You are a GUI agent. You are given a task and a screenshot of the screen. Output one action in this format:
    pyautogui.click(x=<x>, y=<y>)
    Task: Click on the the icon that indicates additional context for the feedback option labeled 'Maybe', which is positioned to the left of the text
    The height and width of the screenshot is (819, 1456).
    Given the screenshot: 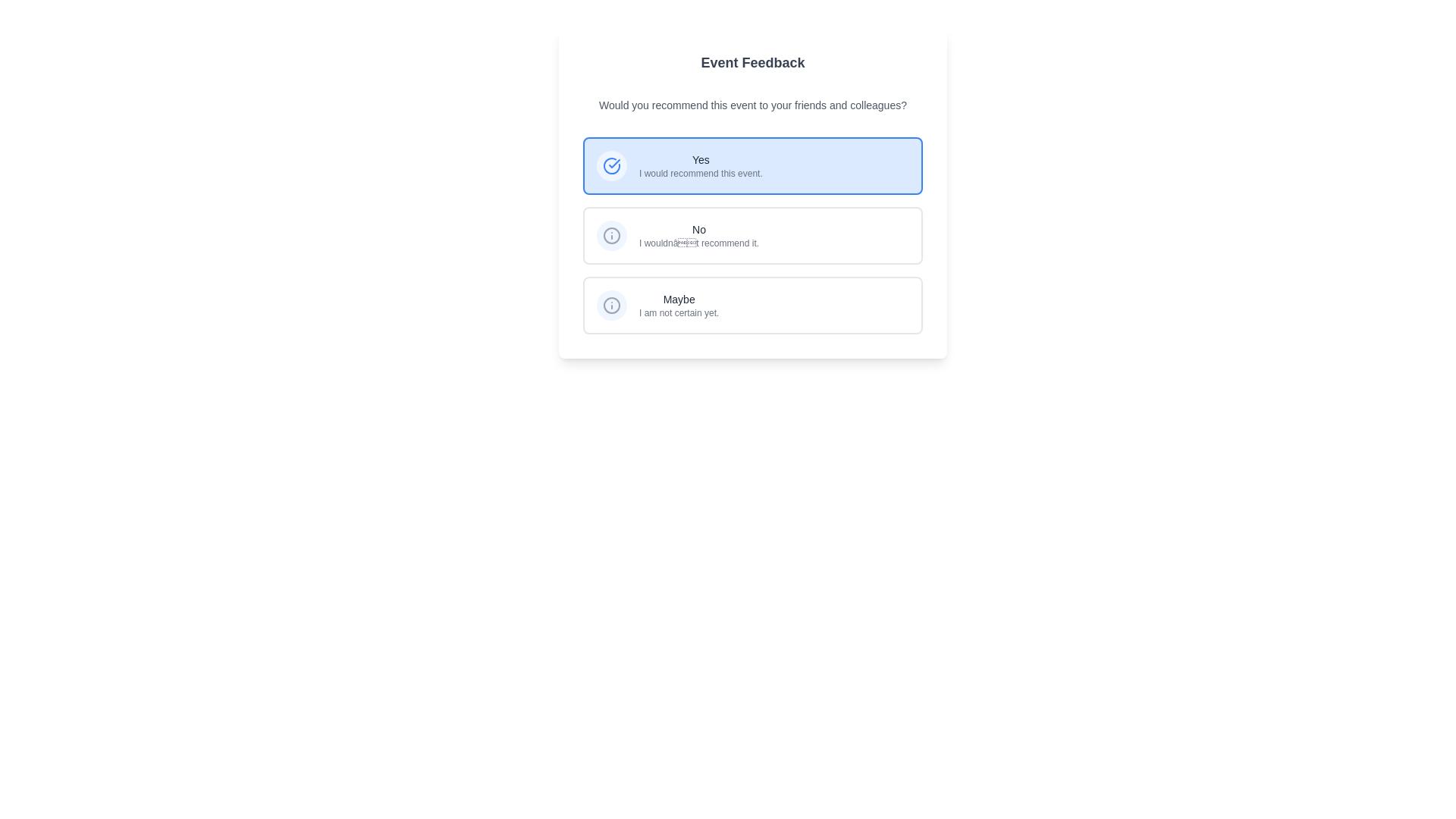 What is the action you would take?
    pyautogui.click(x=611, y=305)
    